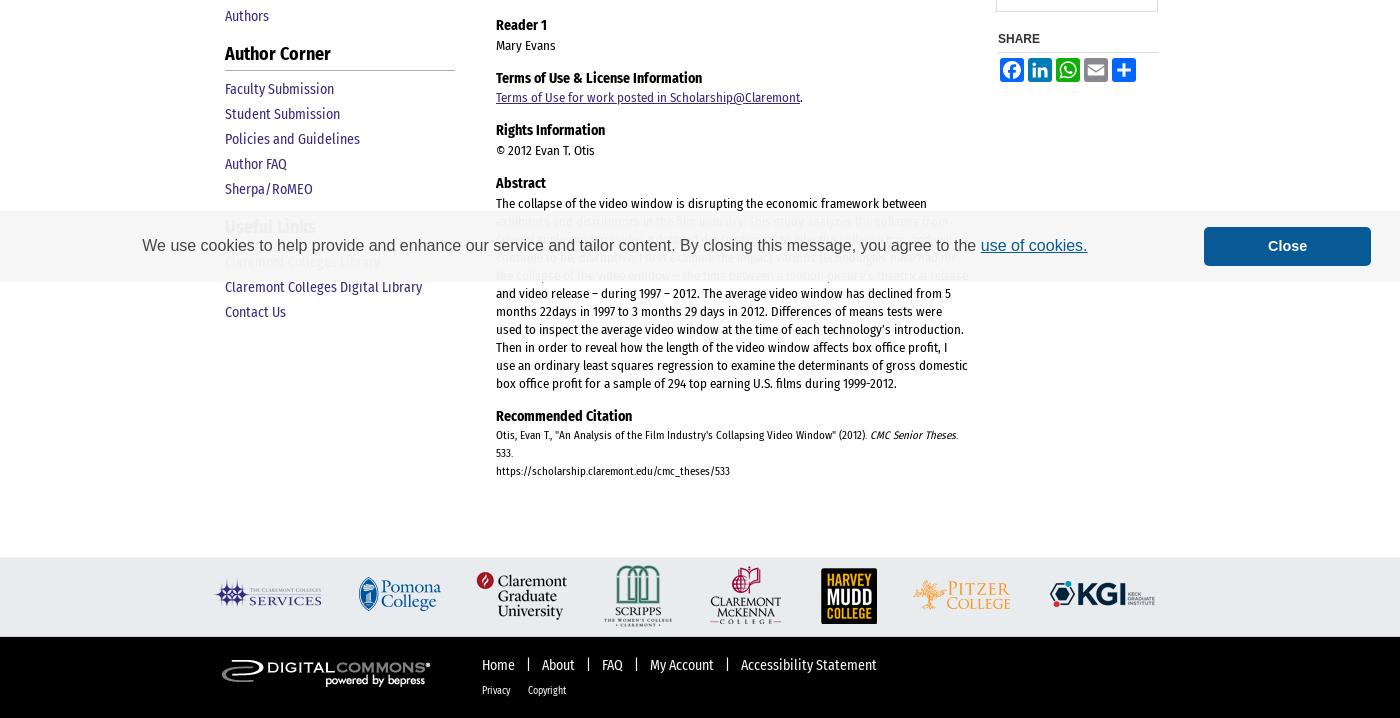 This screenshot has width=1400, height=718. What do you see at coordinates (545, 149) in the screenshot?
I see `'© 2012 Evan T. Otis'` at bounding box center [545, 149].